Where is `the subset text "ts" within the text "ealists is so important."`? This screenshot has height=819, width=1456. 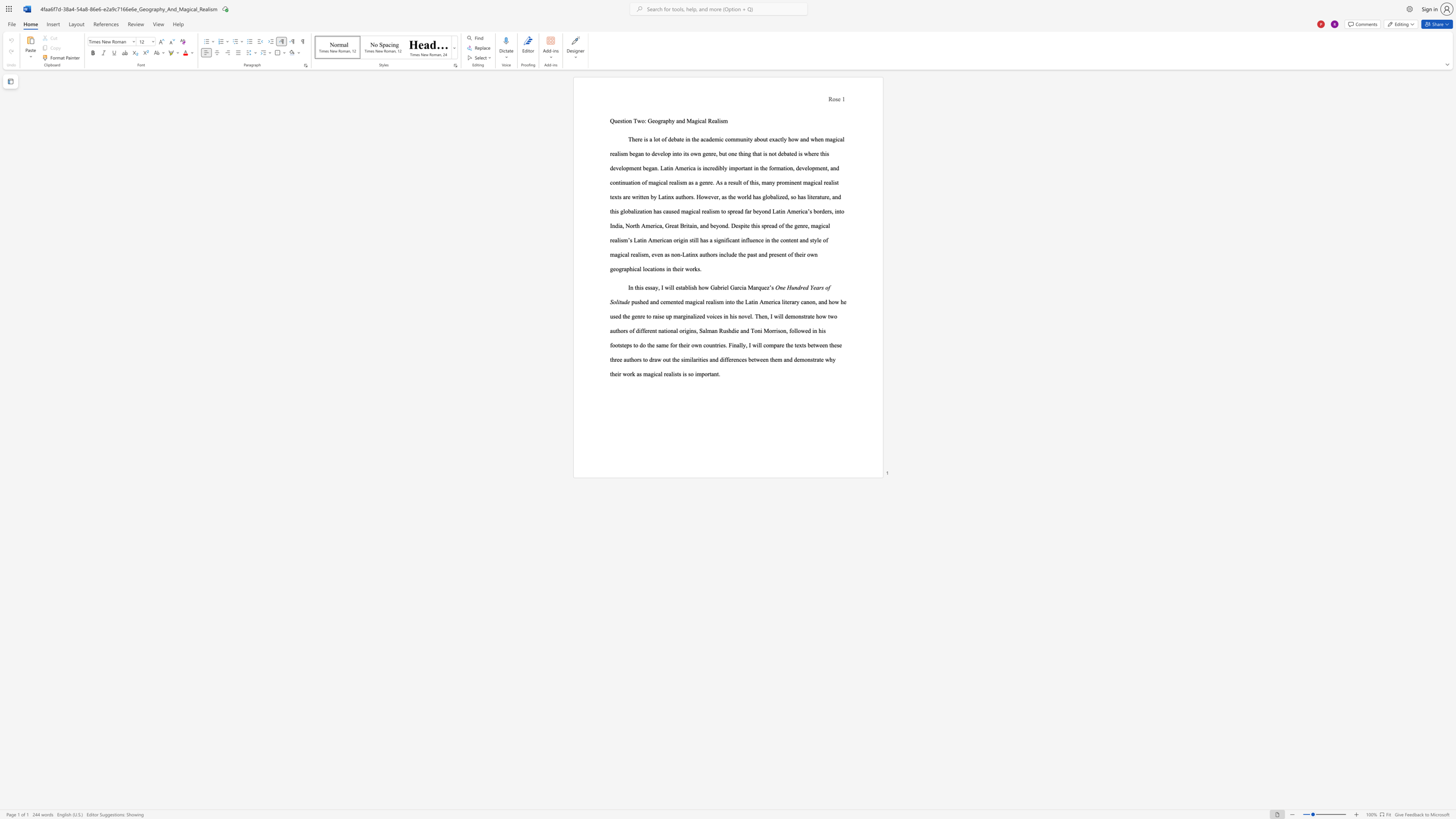
the subset text "ts" within the text "ealists is so important." is located at coordinates (677, 374).